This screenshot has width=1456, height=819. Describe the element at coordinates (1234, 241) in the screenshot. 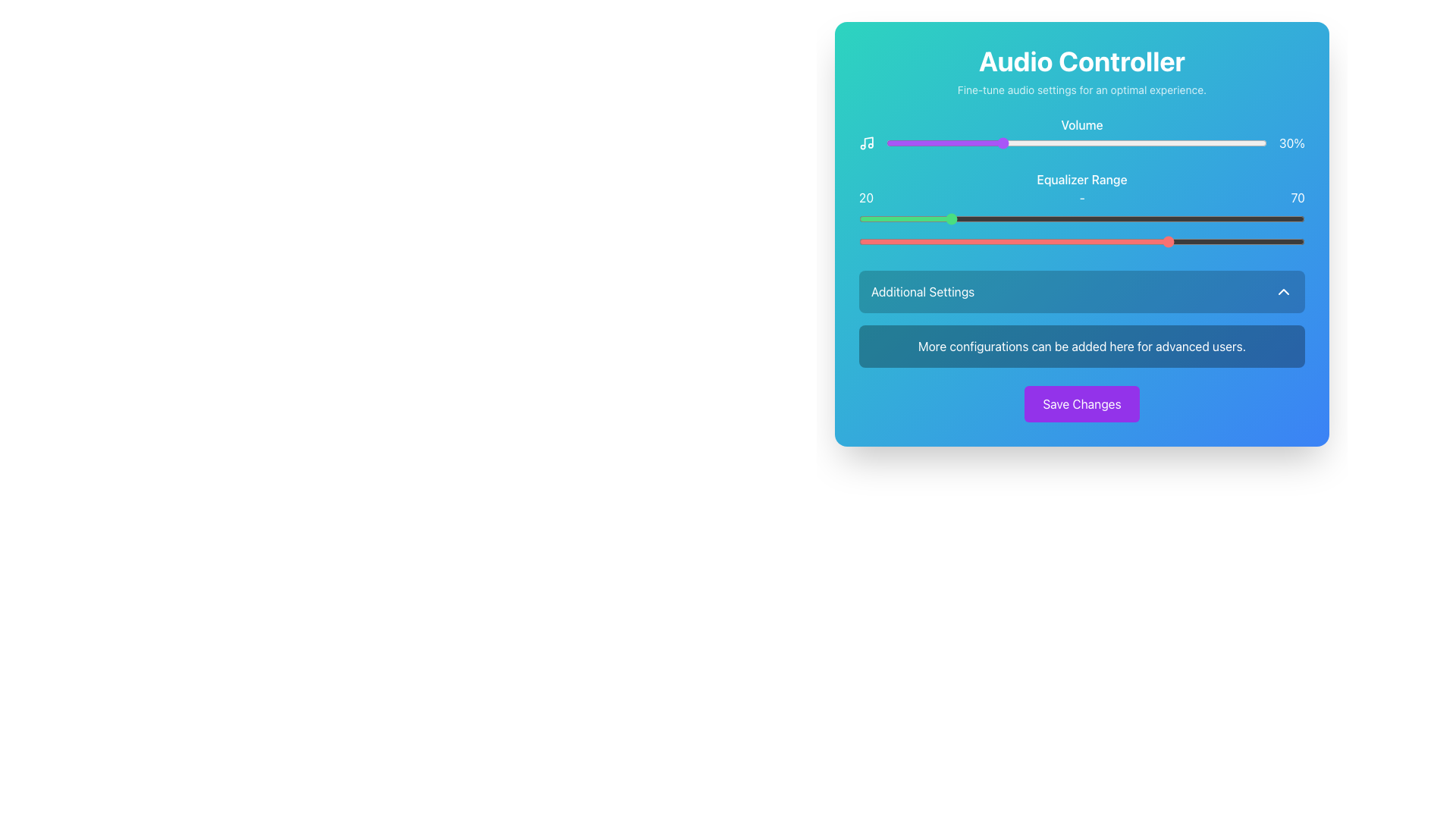

I see `the equalizer range` at that location.